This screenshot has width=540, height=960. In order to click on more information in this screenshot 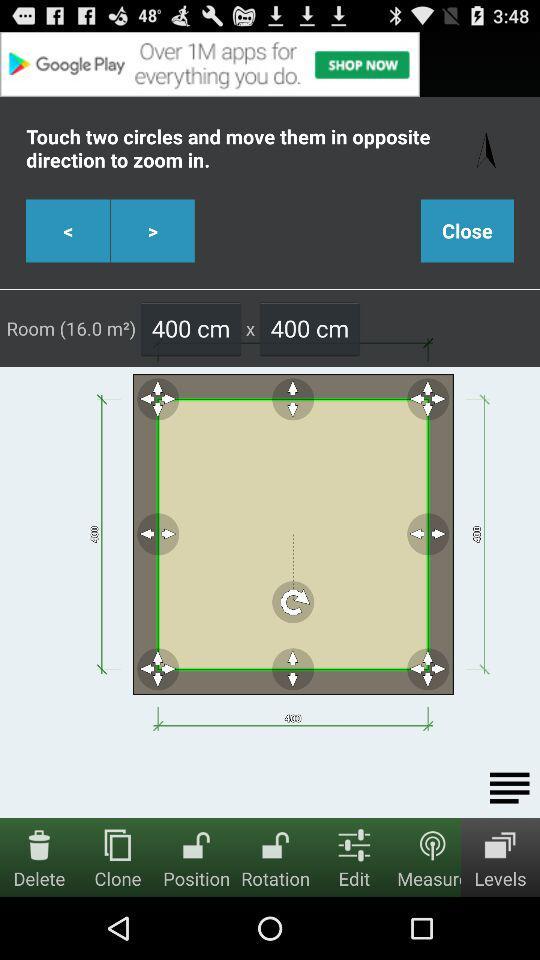, I will do `click(509, 788)`.